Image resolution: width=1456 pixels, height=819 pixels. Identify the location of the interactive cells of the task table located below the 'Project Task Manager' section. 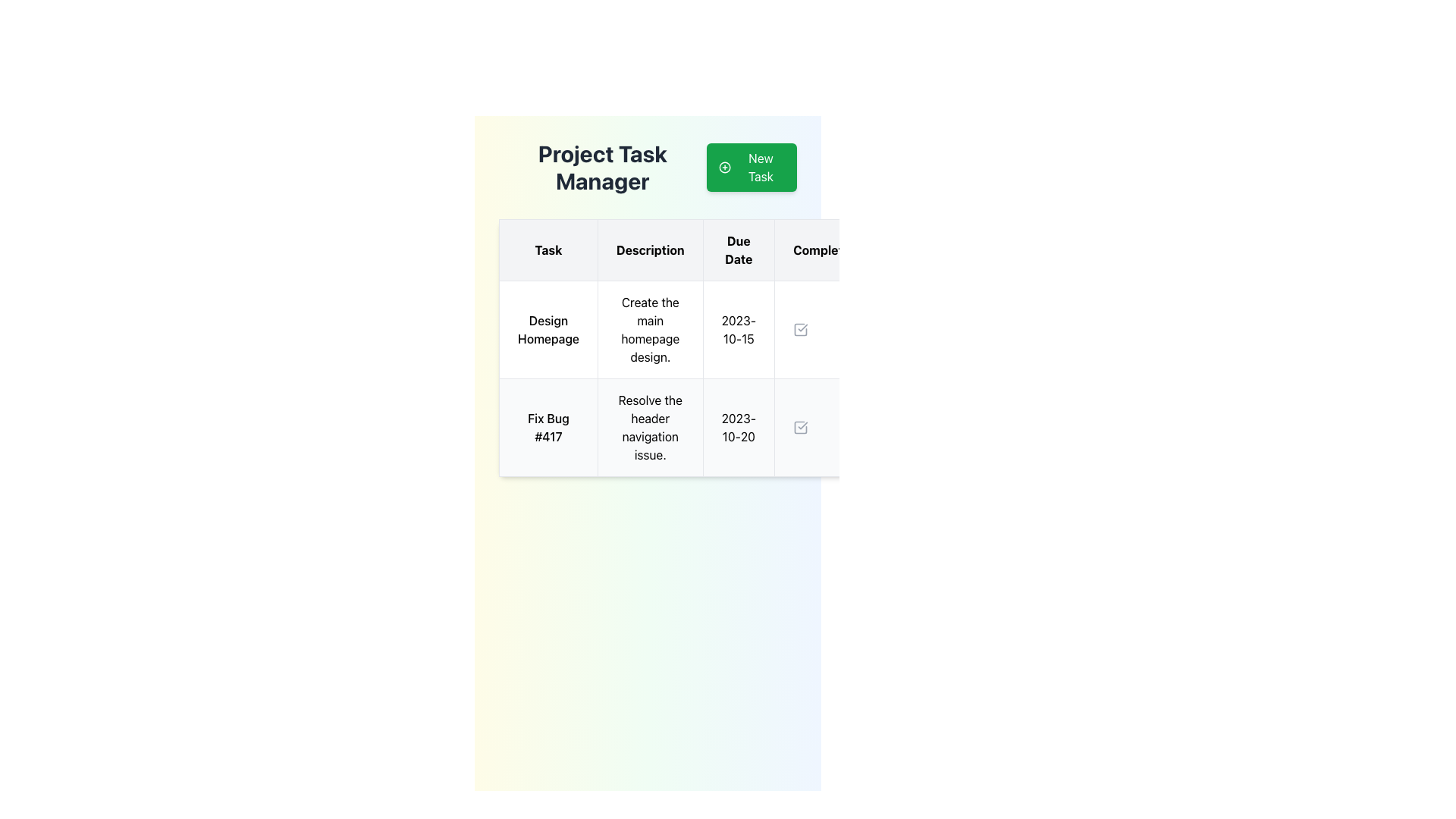
(723, 348).